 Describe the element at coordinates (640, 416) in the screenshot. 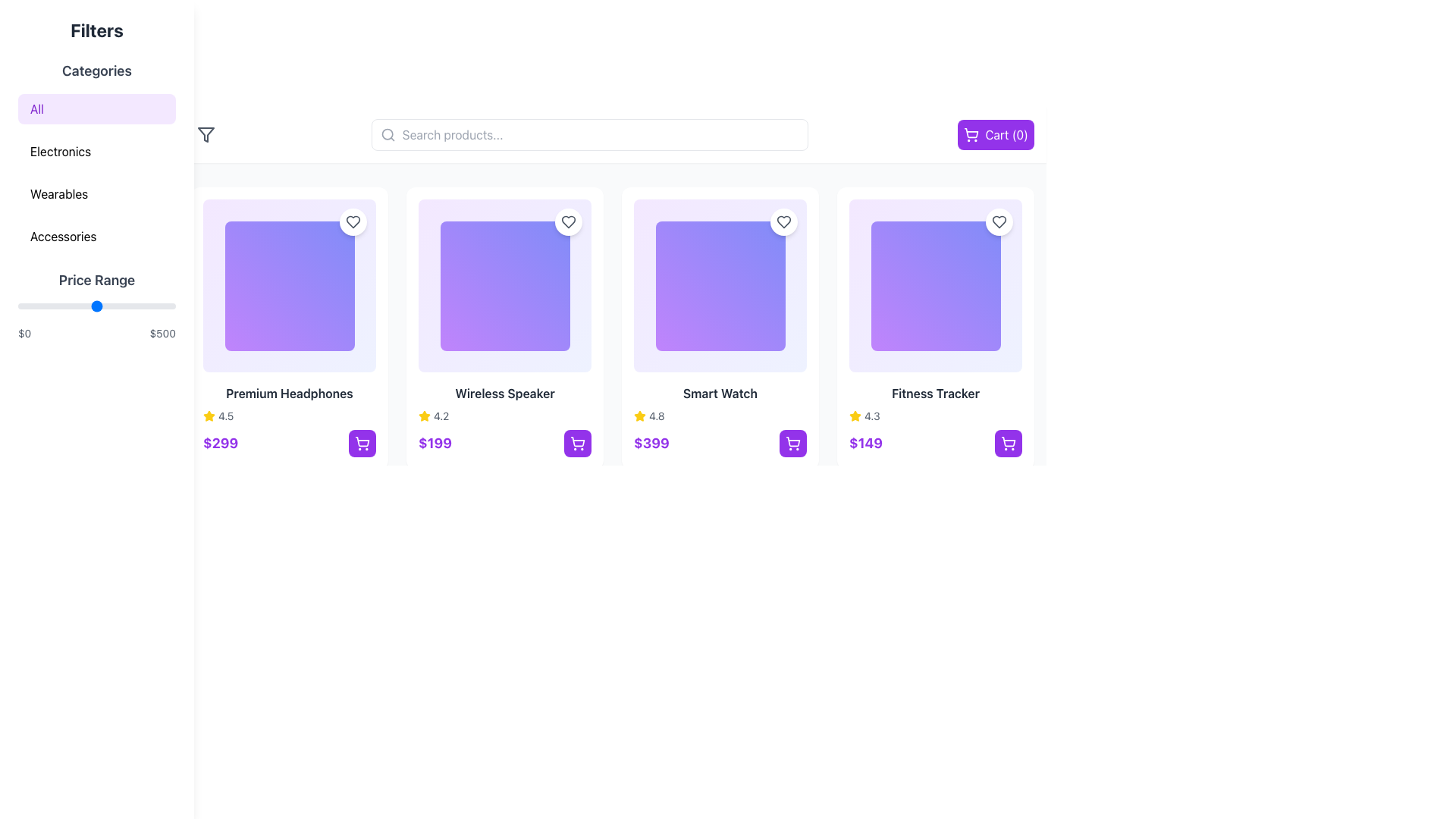

I see `the significance of the yellow star rating icon located in the bottom left corner of the fourth product card labeled 'Fitness Tracker', which indicates a rating of '4.3'` at that location.